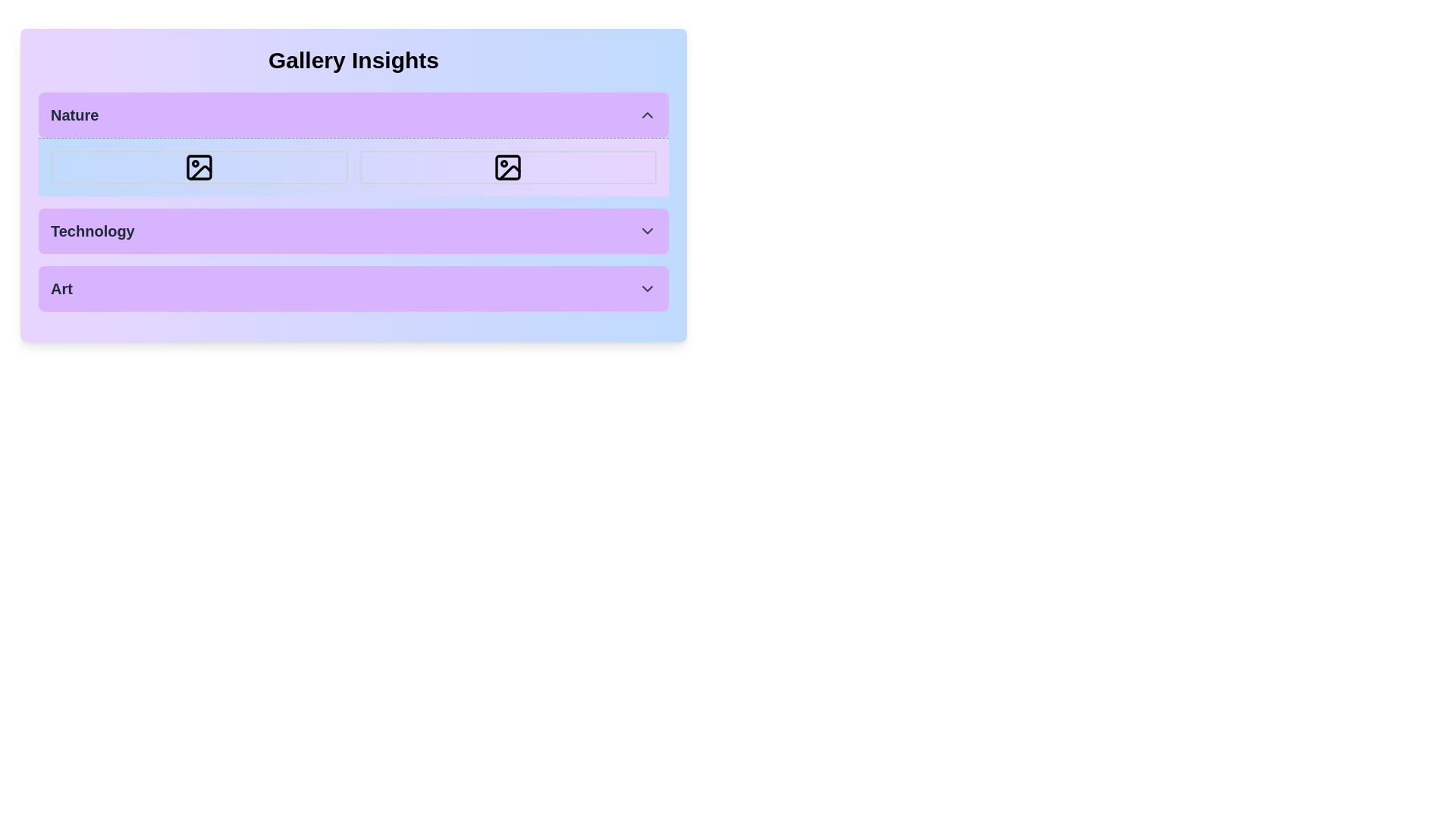  I want to click on the second icon in the 'Nature' section of the 'Gallery Insights' interface, so click(508, 167).